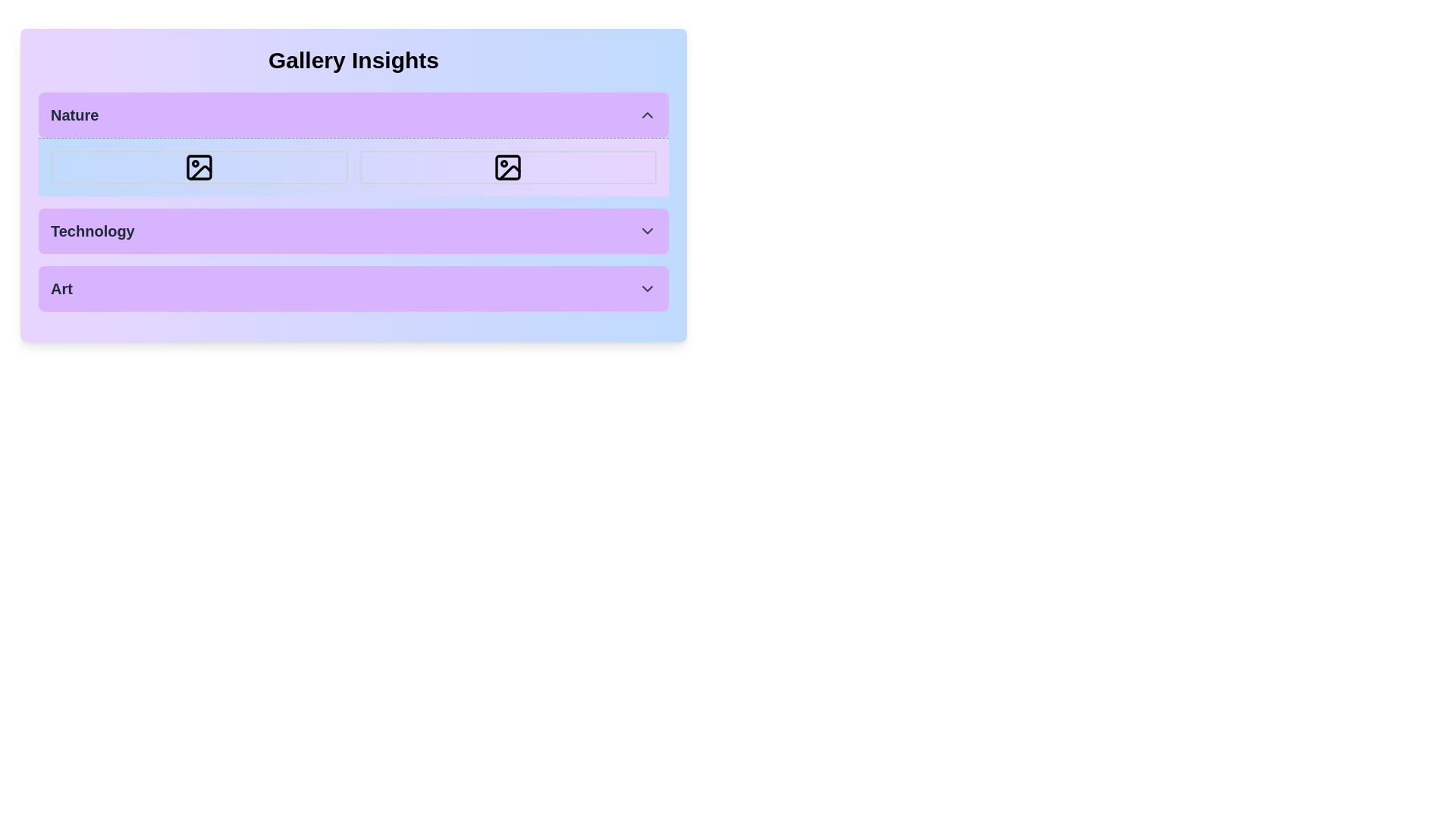  I want to click on the second icon in the 'Nature' section of the 'Gallery Insights' interface, so click(508, 167).